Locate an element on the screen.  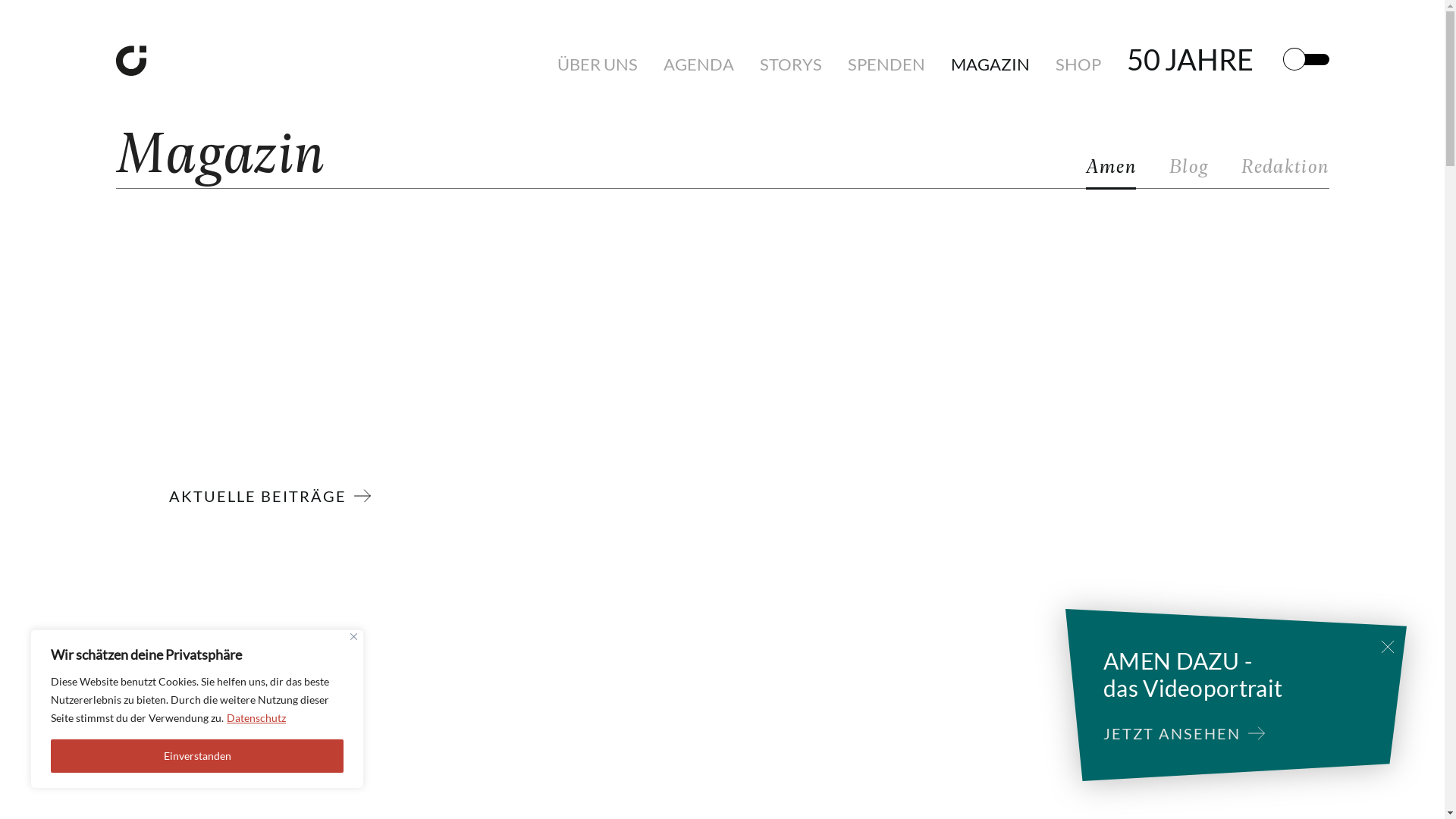
'Datenschutz' is located at coordinates (256, 717).